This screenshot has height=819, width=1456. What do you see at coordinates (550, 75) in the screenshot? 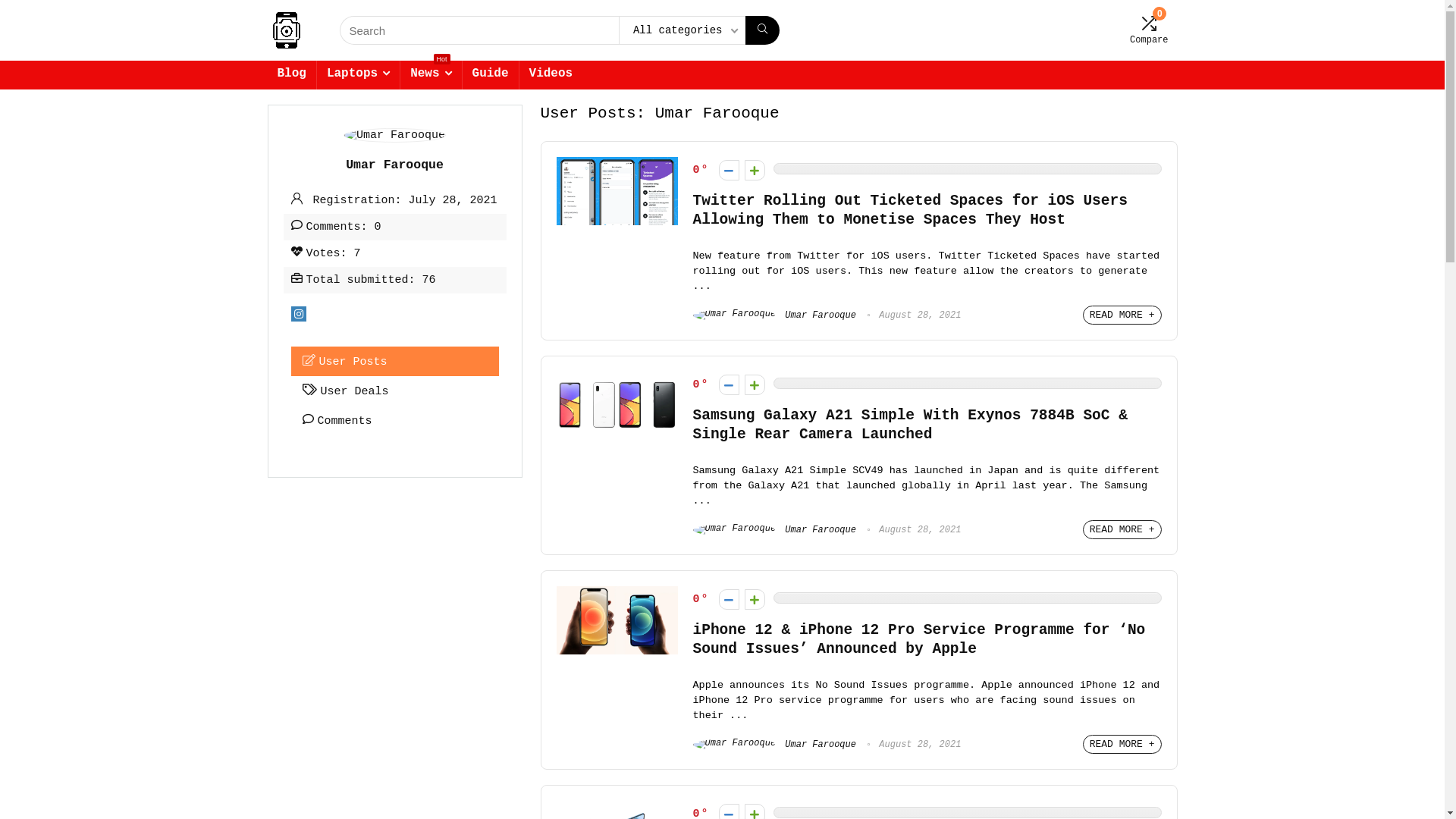
I see `'Videos'` at bounding box center [550, 75].